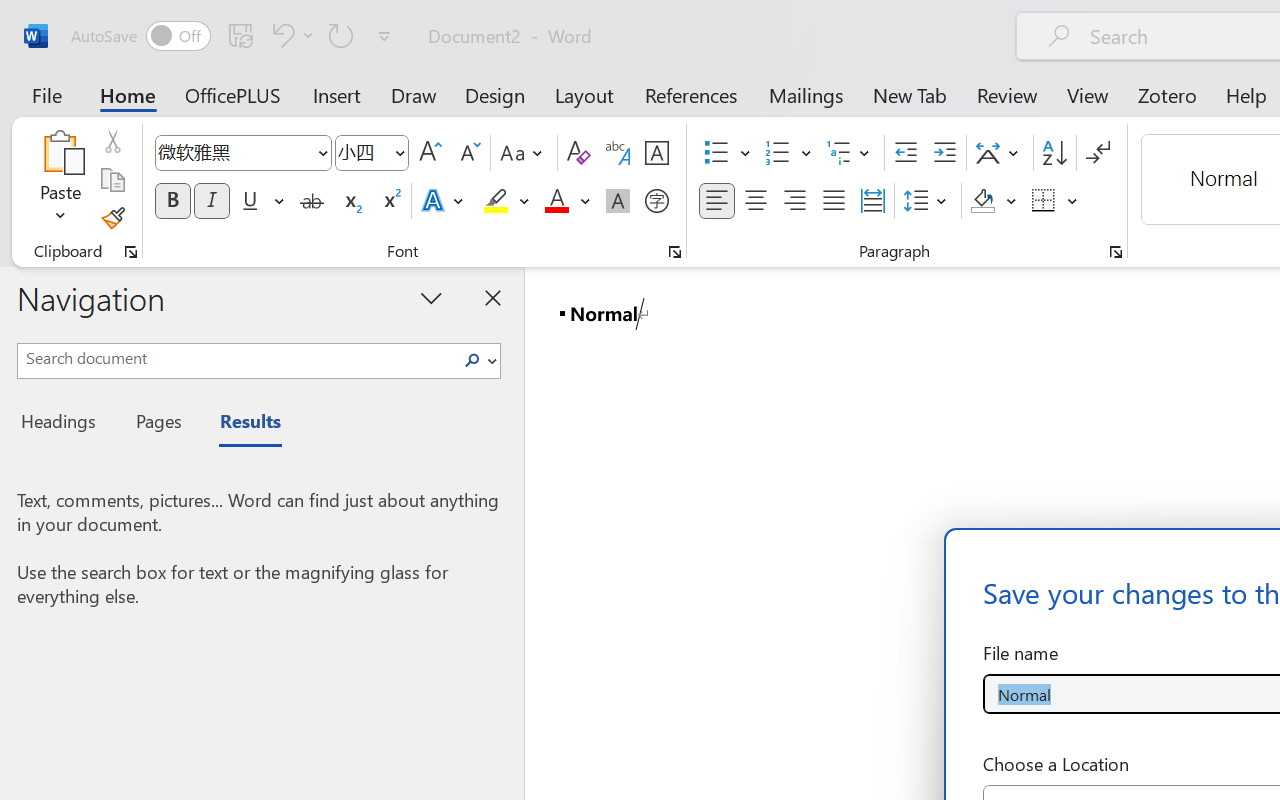 The height and width of the screenshot is (800, 1280). Describe the element at coordinates (212, 201) in the screenshot. I see `'Italic'` at that location.